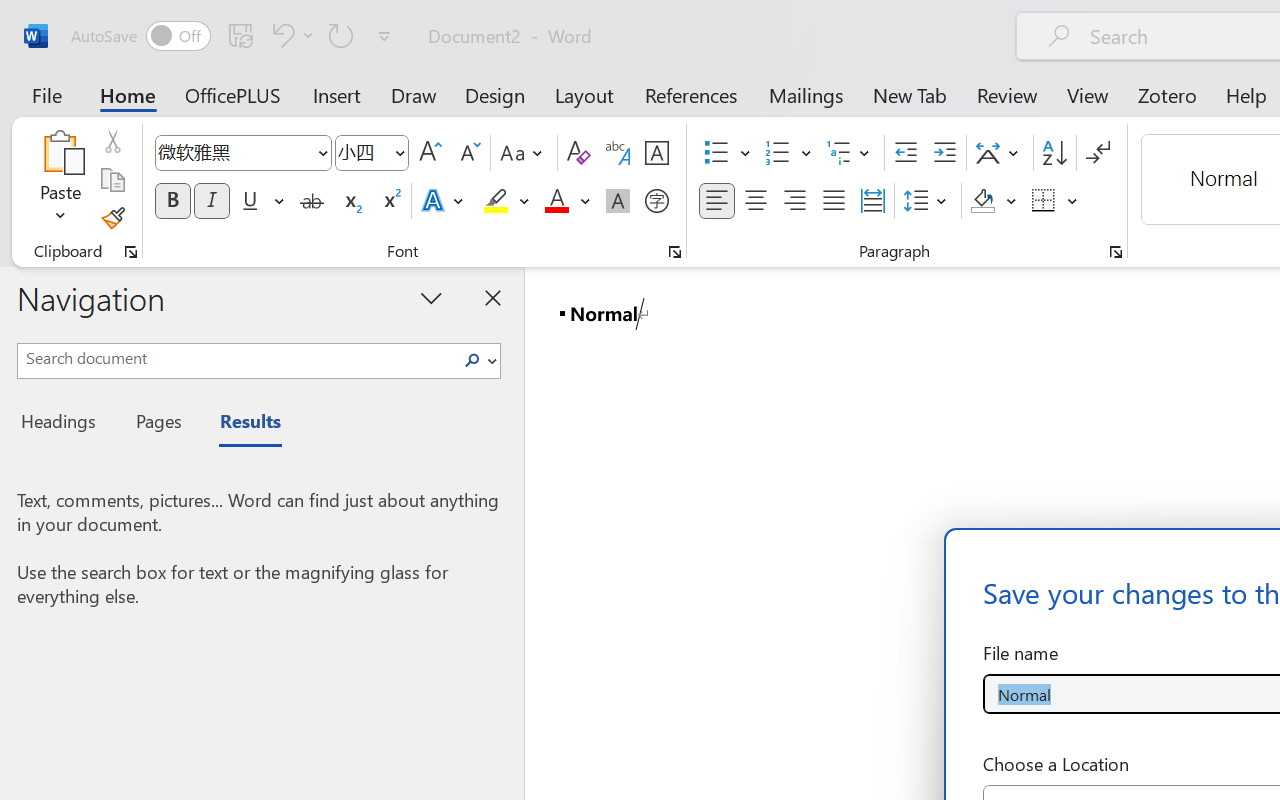 The height and width of the screenshot is (800, 1280). Describe the element at coordinates (212, 201) in the screenshot. I see `'Italic'` at that location.